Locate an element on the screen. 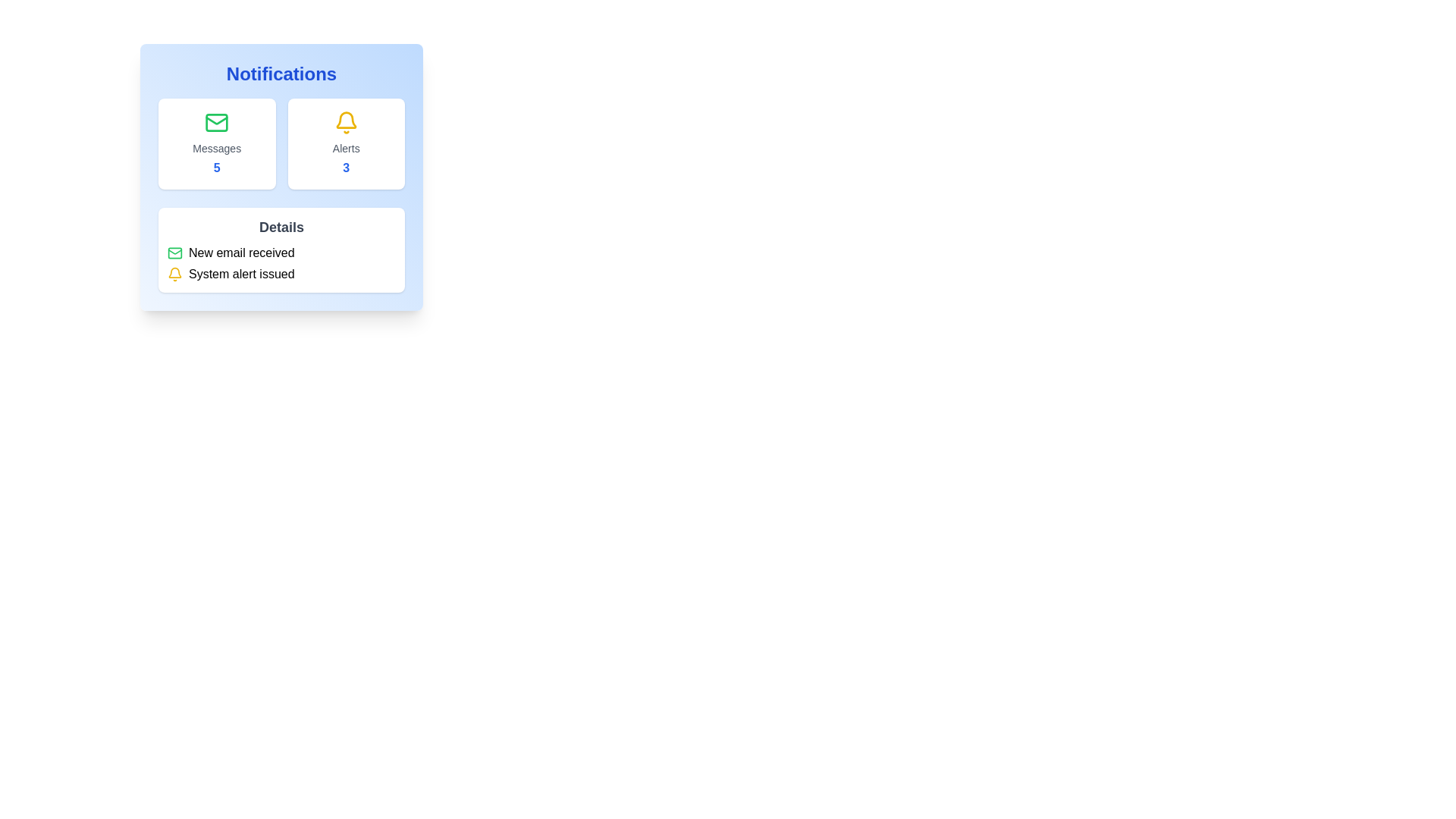 Image resolution: width=1456 pixels, height=819 pixels. the notification icon indicating 'New email received', which is located in the 'Details' section of the interface, to the left of the corresponding text is located at coordinates (174, 253).